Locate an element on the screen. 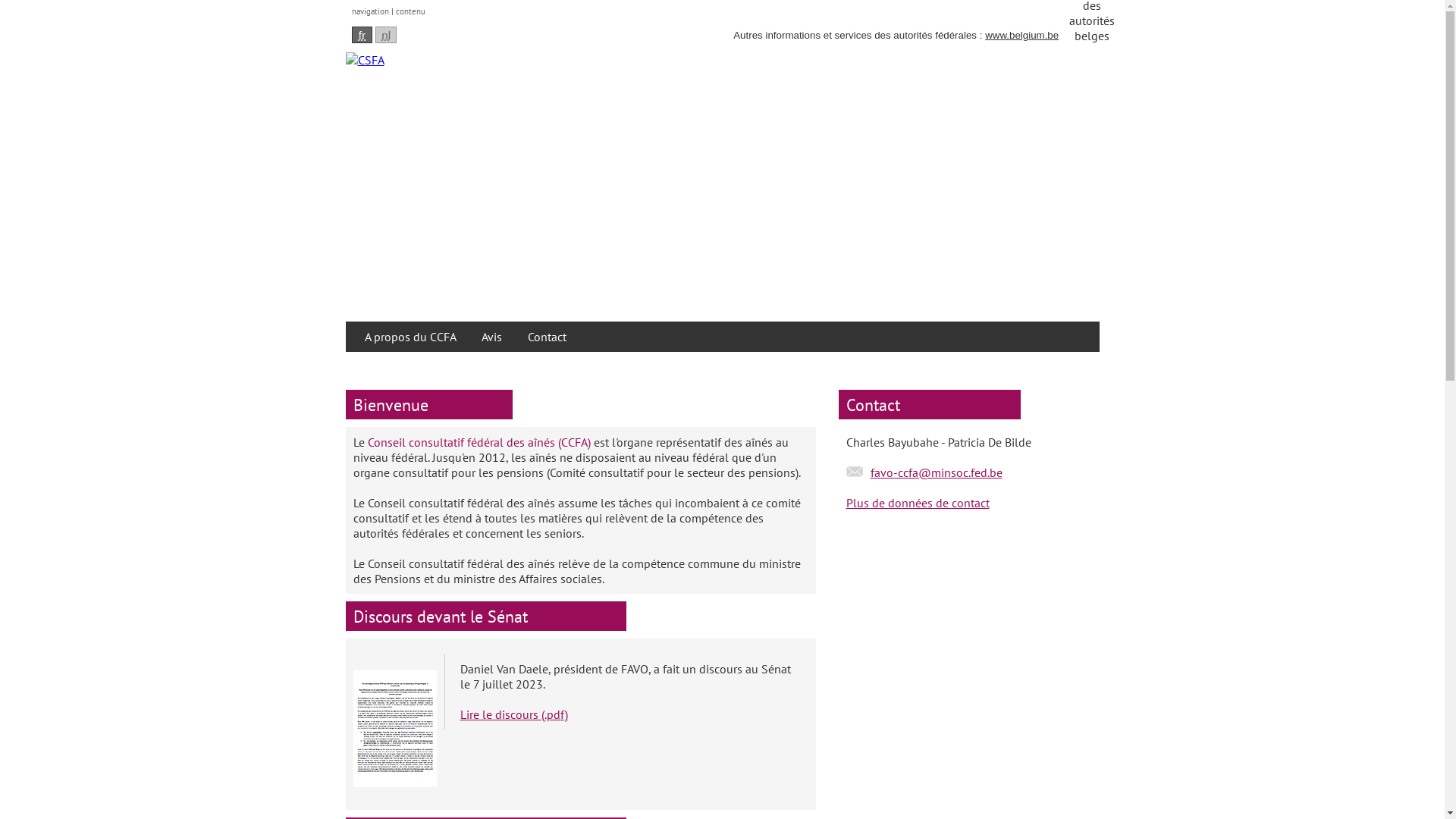 The width and height of the screenshot is (1456, 819). 'Lire le discours (.pdf)' is located at coordinates (513, 714).